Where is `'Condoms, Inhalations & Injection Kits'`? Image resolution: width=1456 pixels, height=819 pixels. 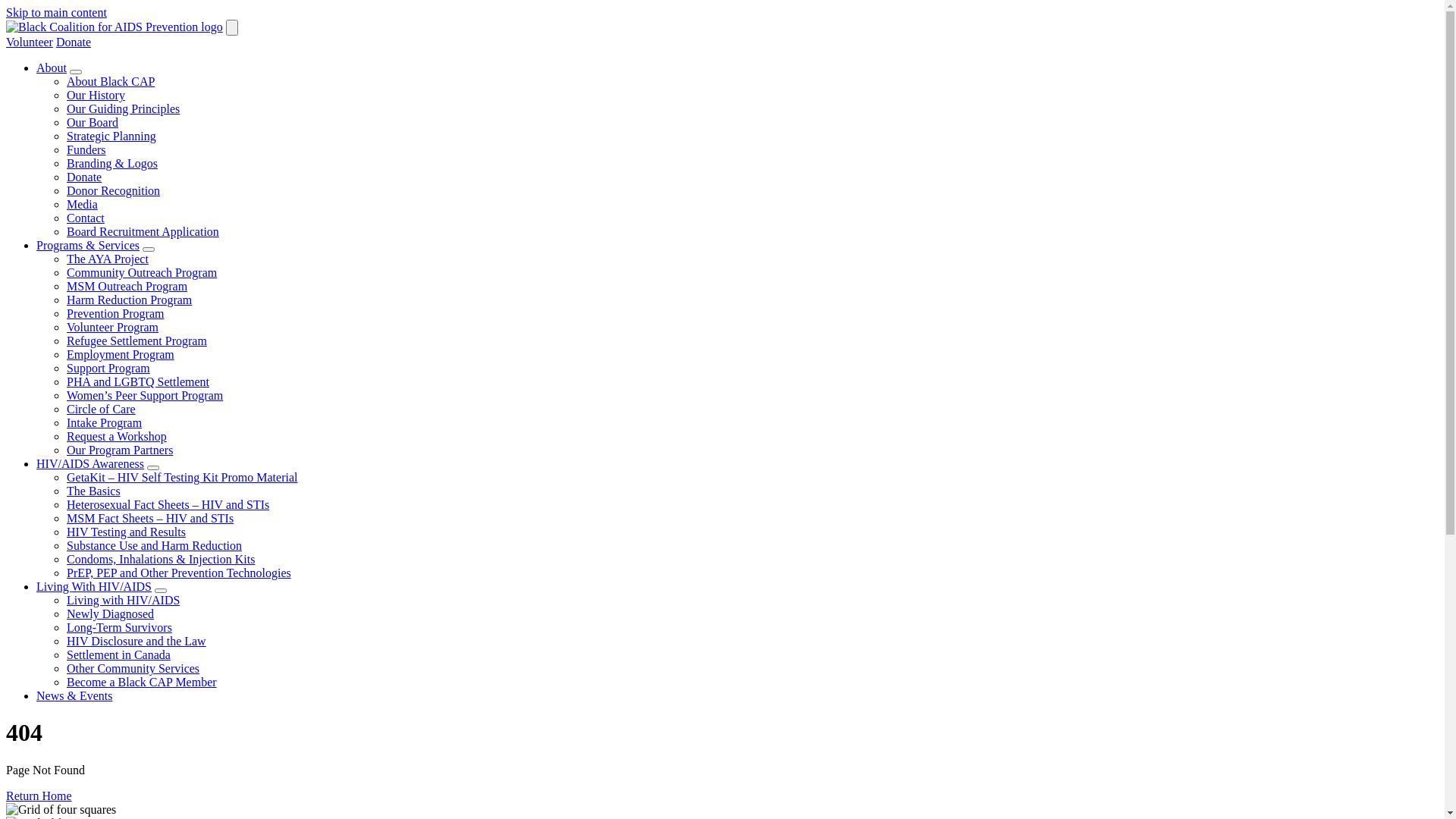 'Condoms, Inhalations & Injection Kits' is located at coordinates (160, 559).